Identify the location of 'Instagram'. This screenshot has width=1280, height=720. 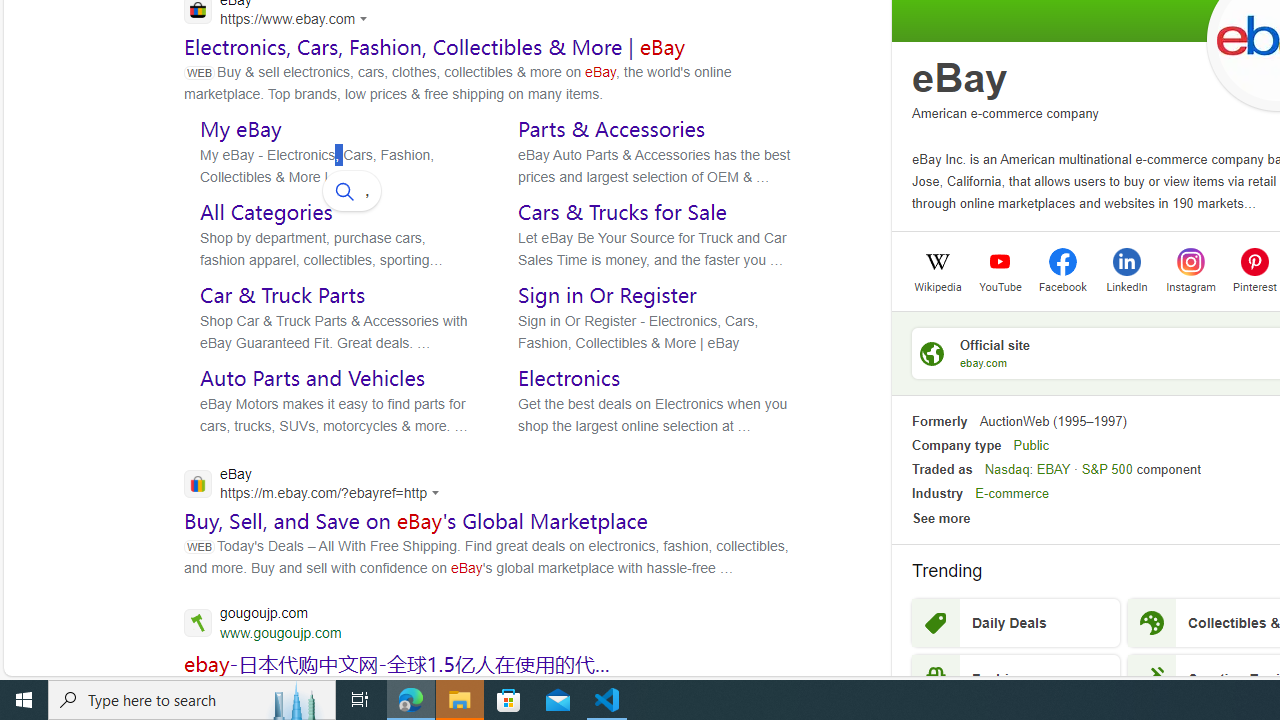
(1191, 285).